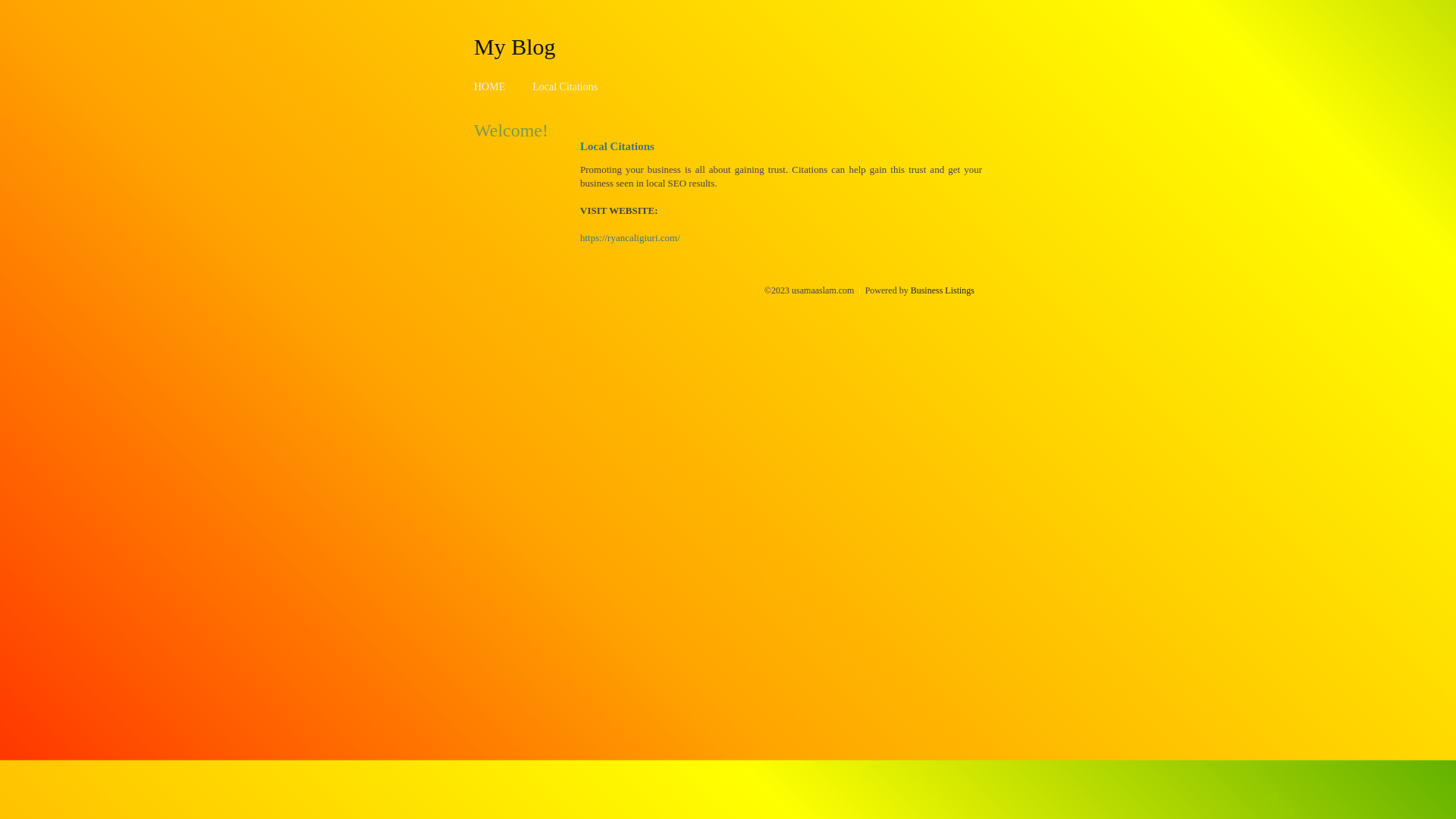 The height and width of the screenshot is (819, 1456). I want to click on 'HOME', so click(489, 86).